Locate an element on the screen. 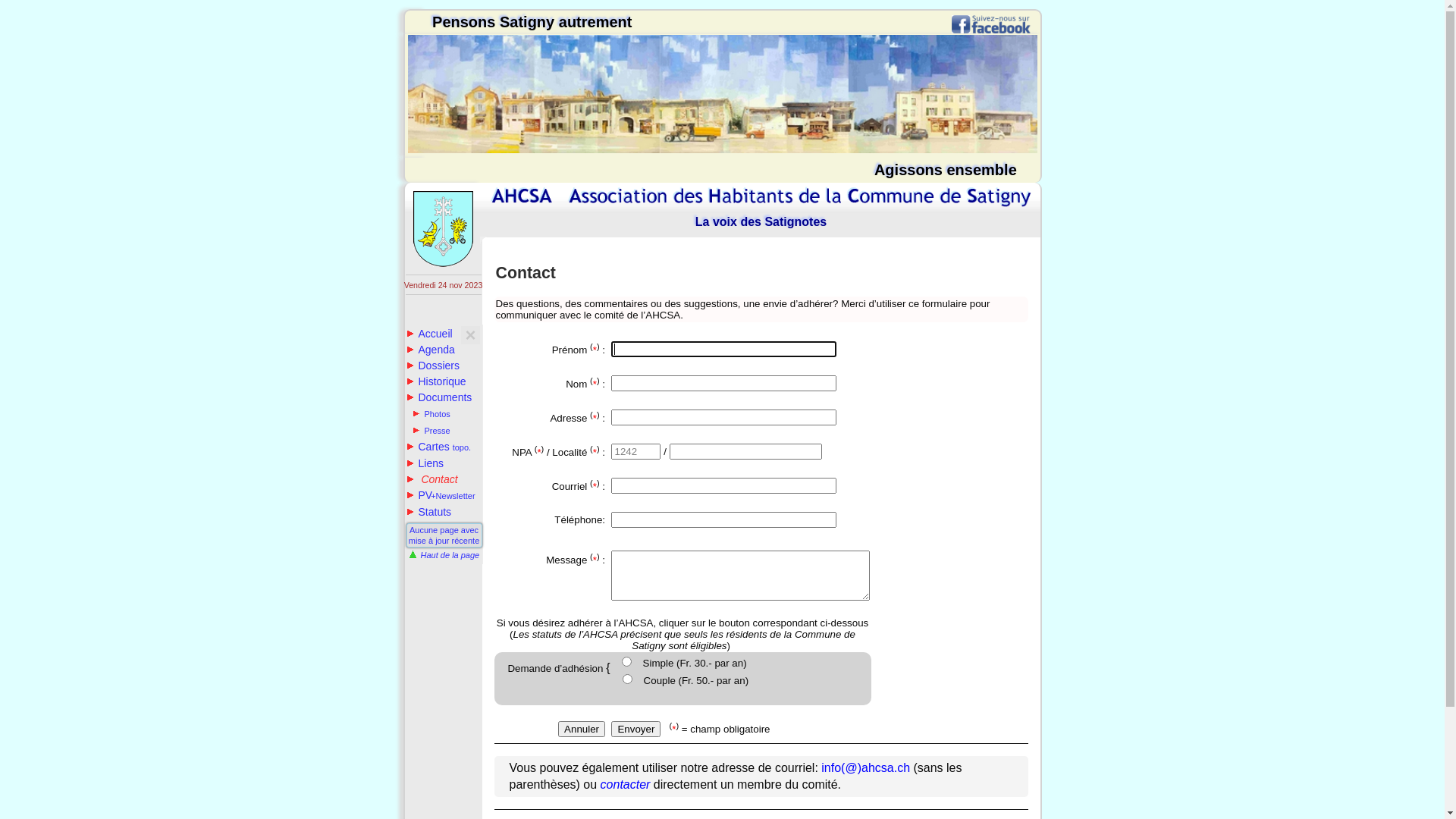 Image resolution: width=1456 pixels, height=819 pixels. 'Dossiers' is located at coordinates (432, 366).